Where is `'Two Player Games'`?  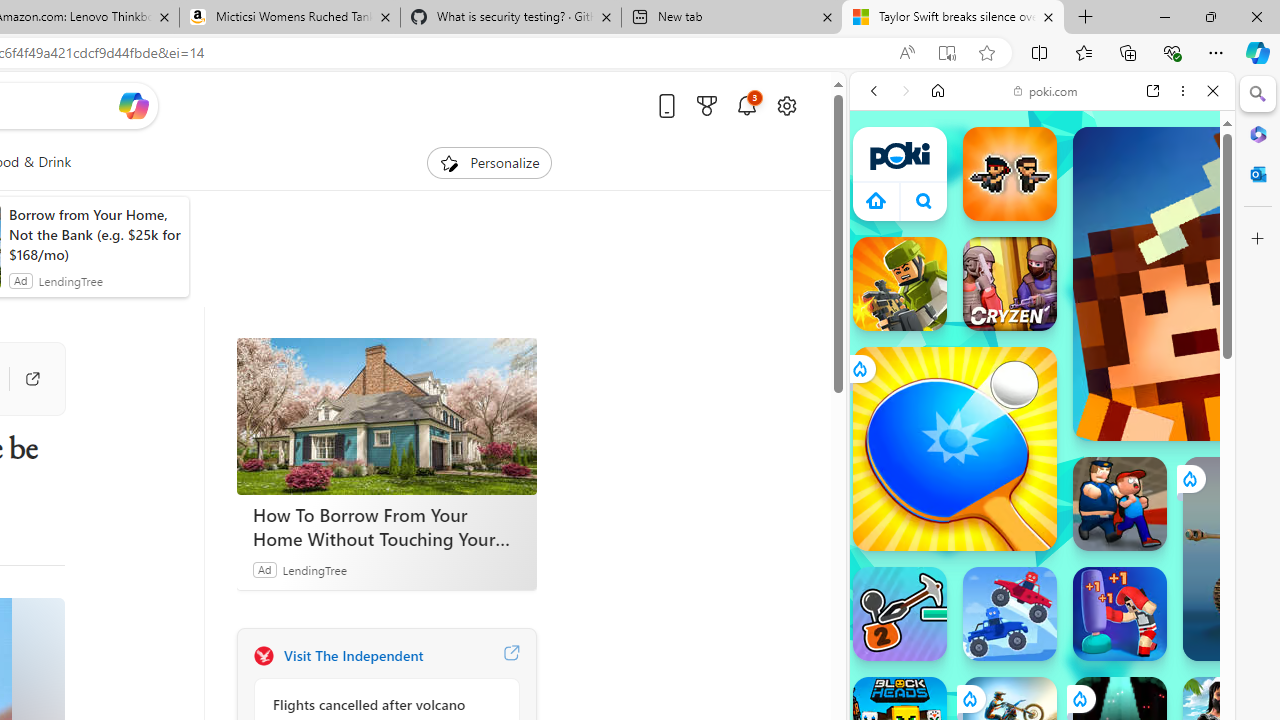
'Two Player Games' is located at coordinates (1041, 568).